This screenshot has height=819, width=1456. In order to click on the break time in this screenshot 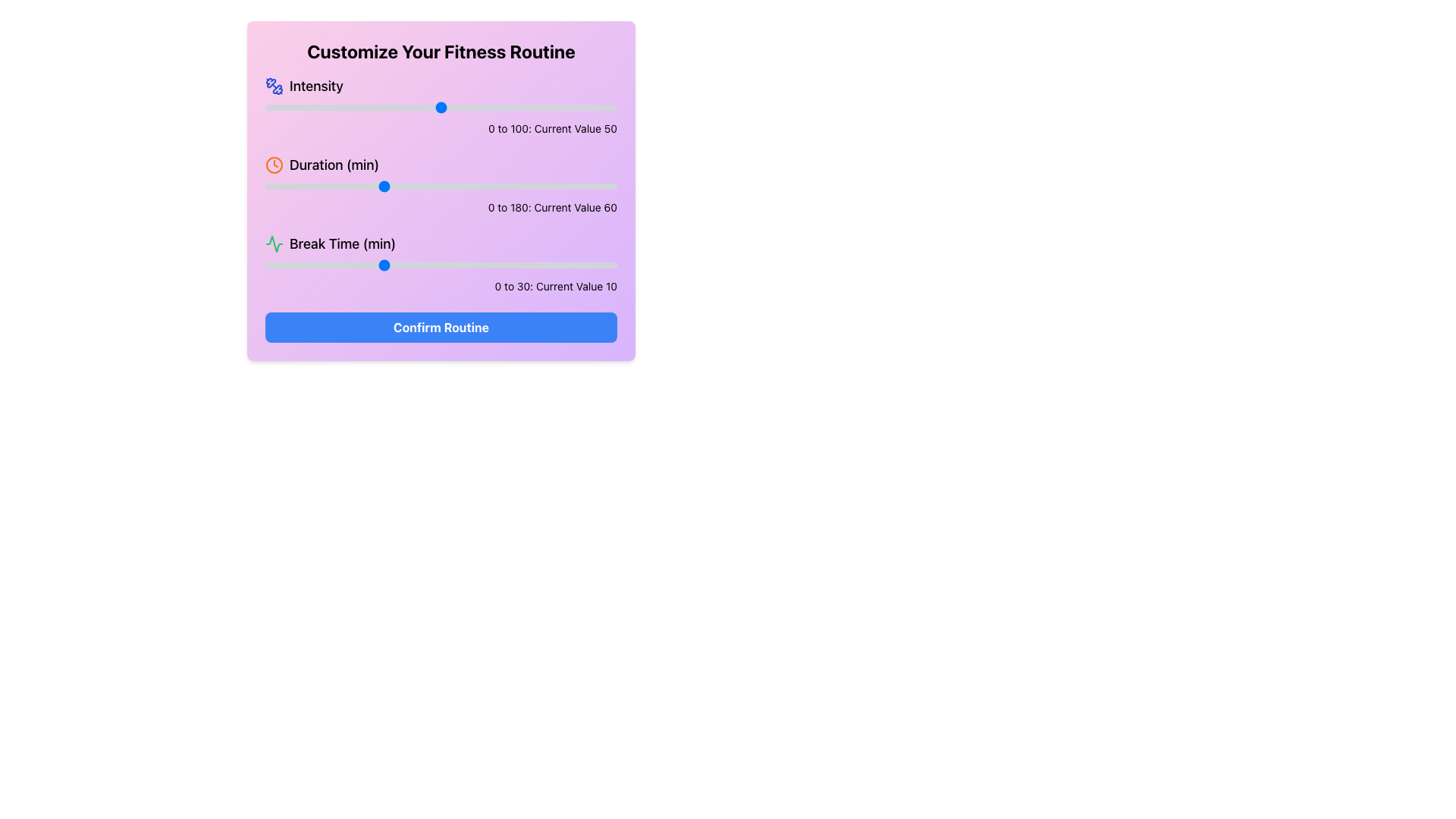, I will do `click(311, 265)`.